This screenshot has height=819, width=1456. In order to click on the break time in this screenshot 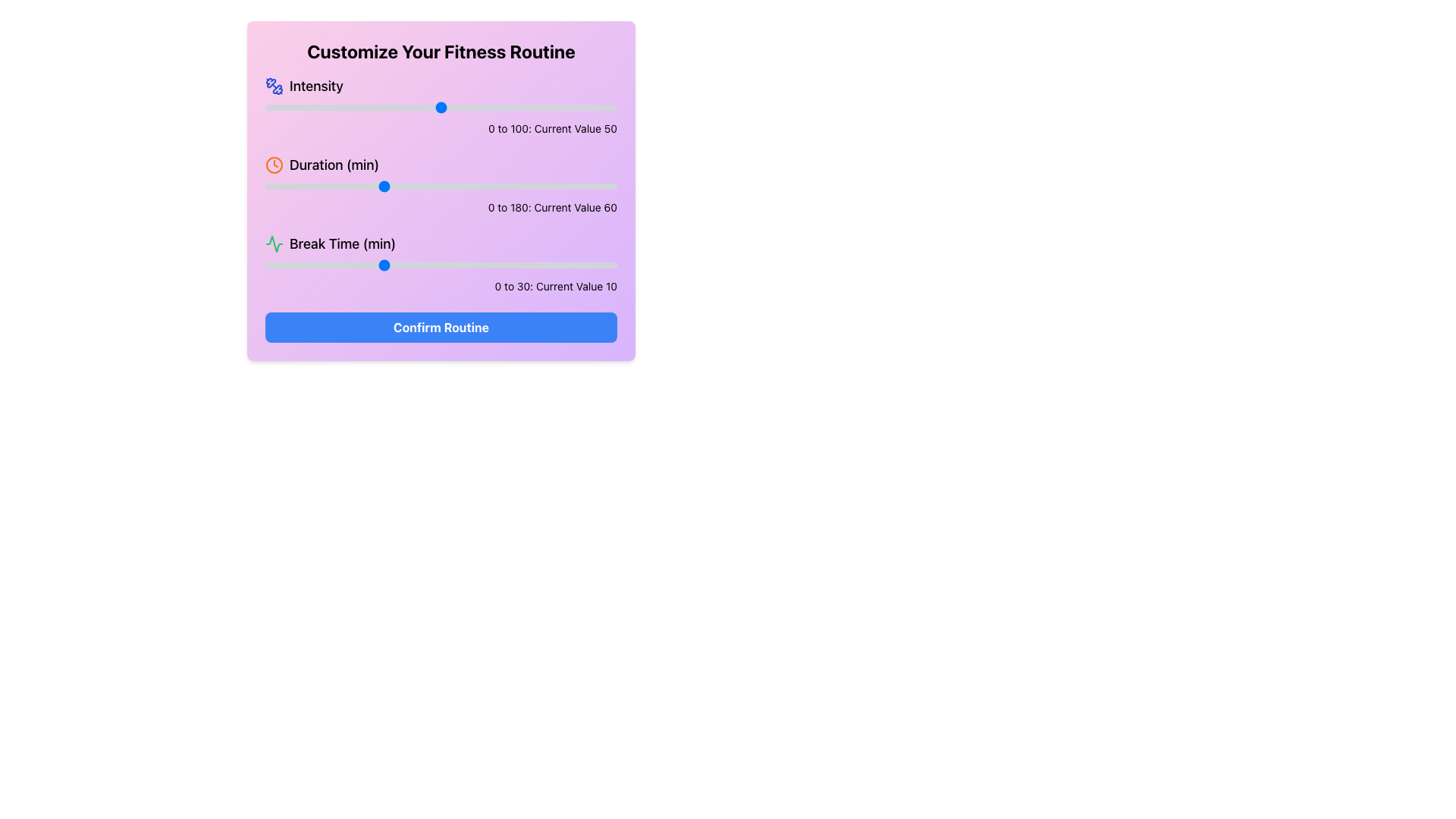, I will do `click(311, 265)`.